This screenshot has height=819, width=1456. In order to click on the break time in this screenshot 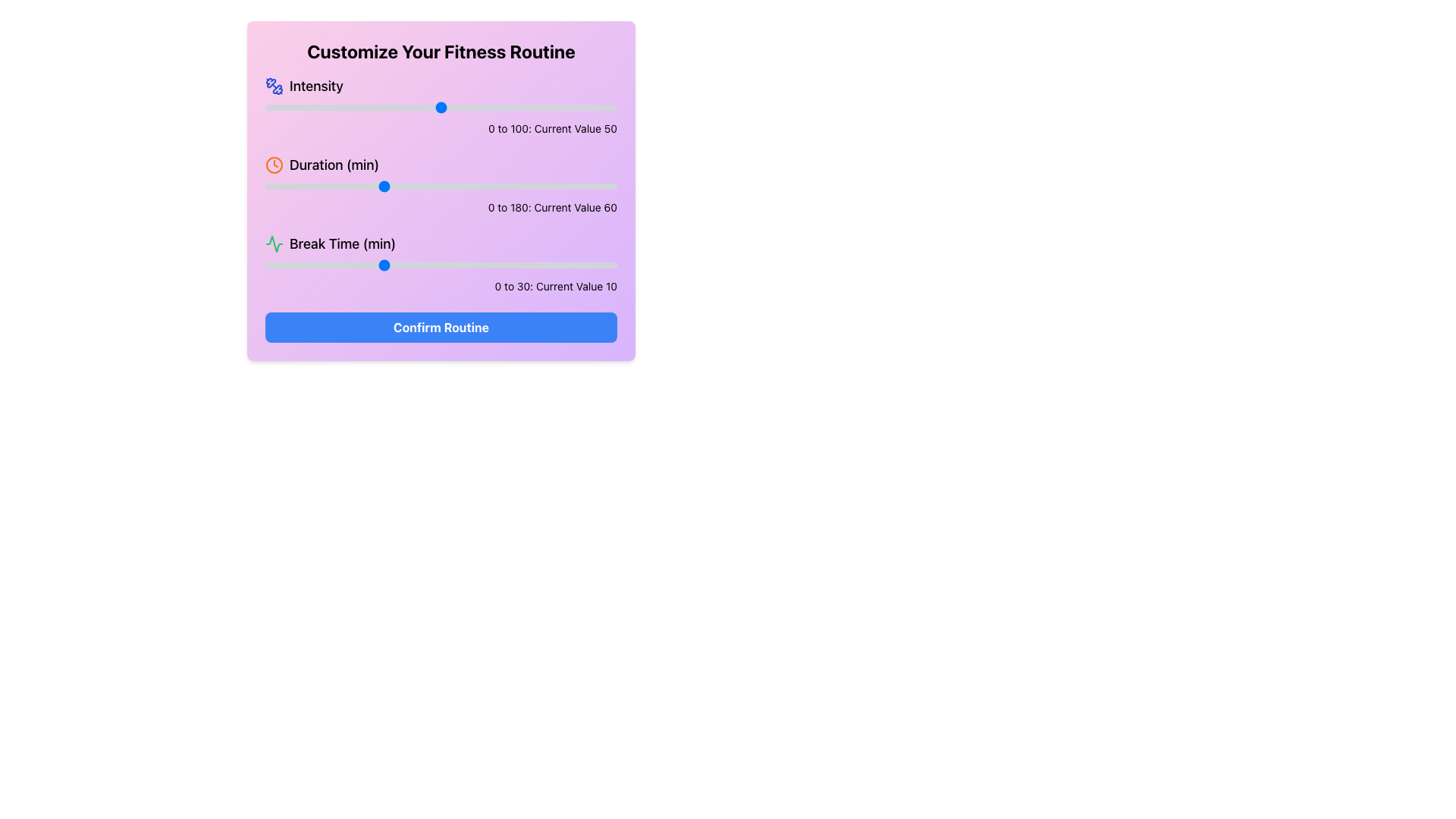, I will do `click(311, 265)`.